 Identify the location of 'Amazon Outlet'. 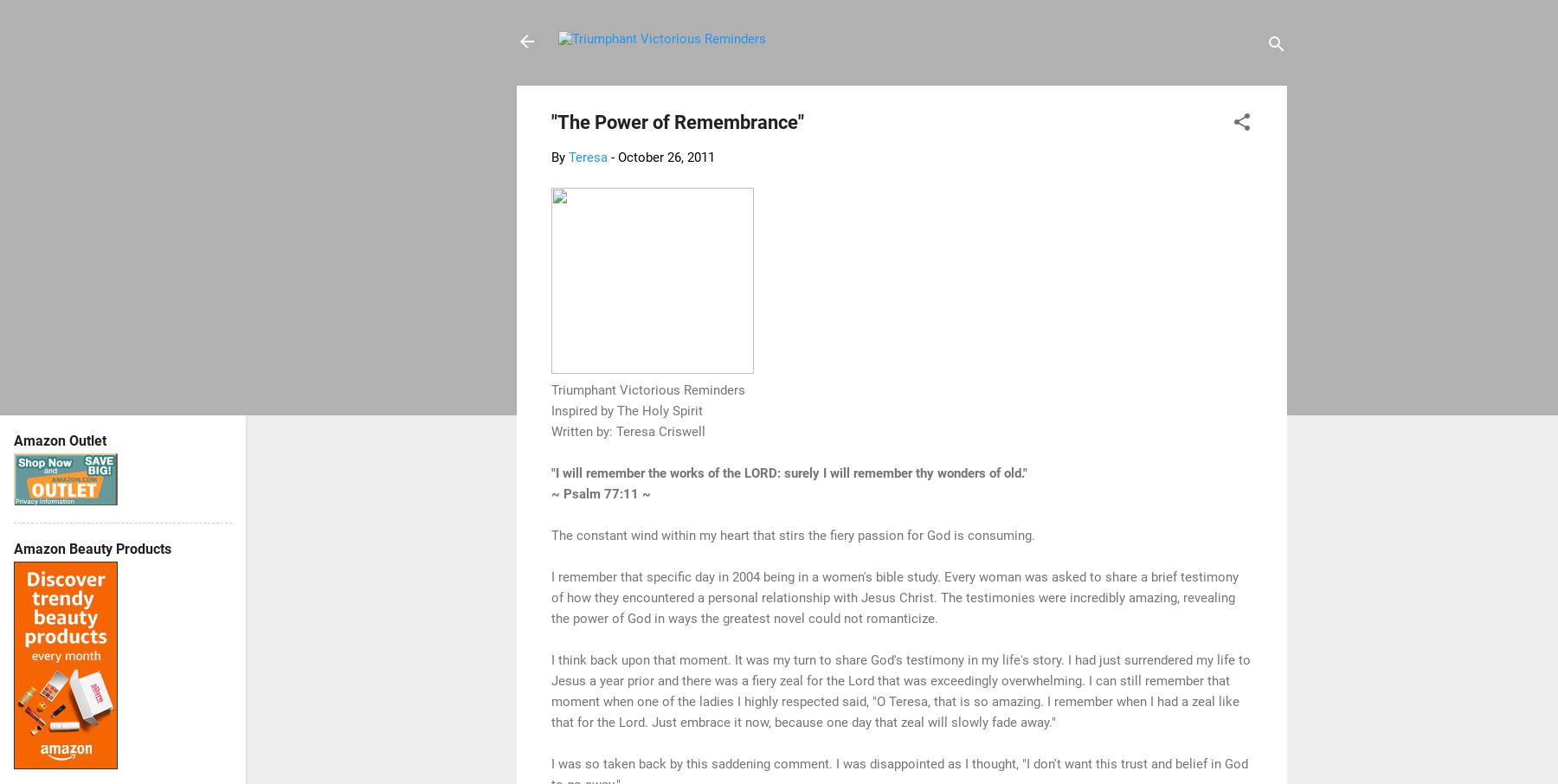
(59, 440).